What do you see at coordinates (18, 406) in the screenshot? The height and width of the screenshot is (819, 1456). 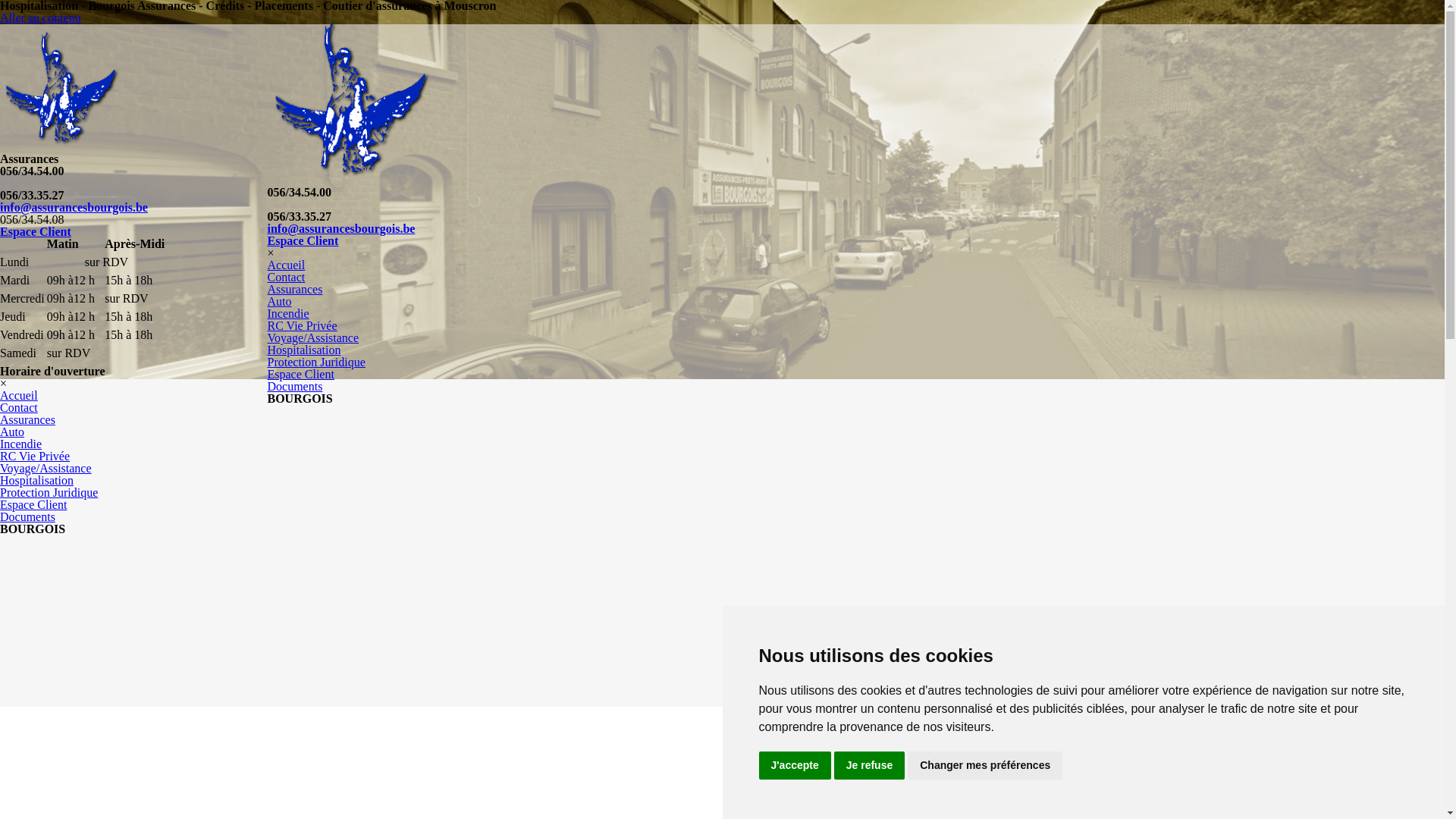 I see `'Contact'` at bounding box center [18, 406].